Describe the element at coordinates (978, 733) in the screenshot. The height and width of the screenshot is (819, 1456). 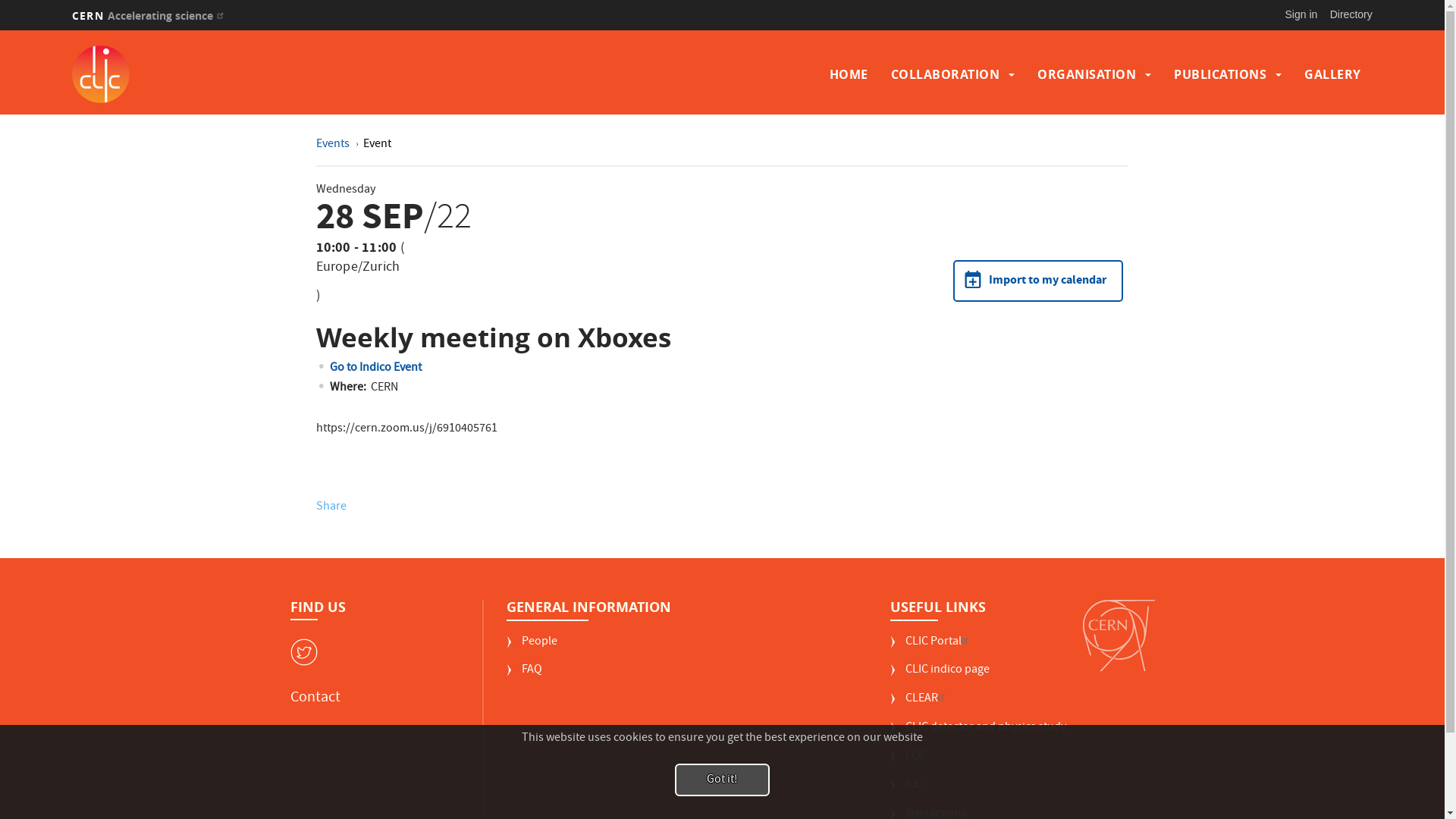
I see `'CLIC detector and physics study'` at that location.